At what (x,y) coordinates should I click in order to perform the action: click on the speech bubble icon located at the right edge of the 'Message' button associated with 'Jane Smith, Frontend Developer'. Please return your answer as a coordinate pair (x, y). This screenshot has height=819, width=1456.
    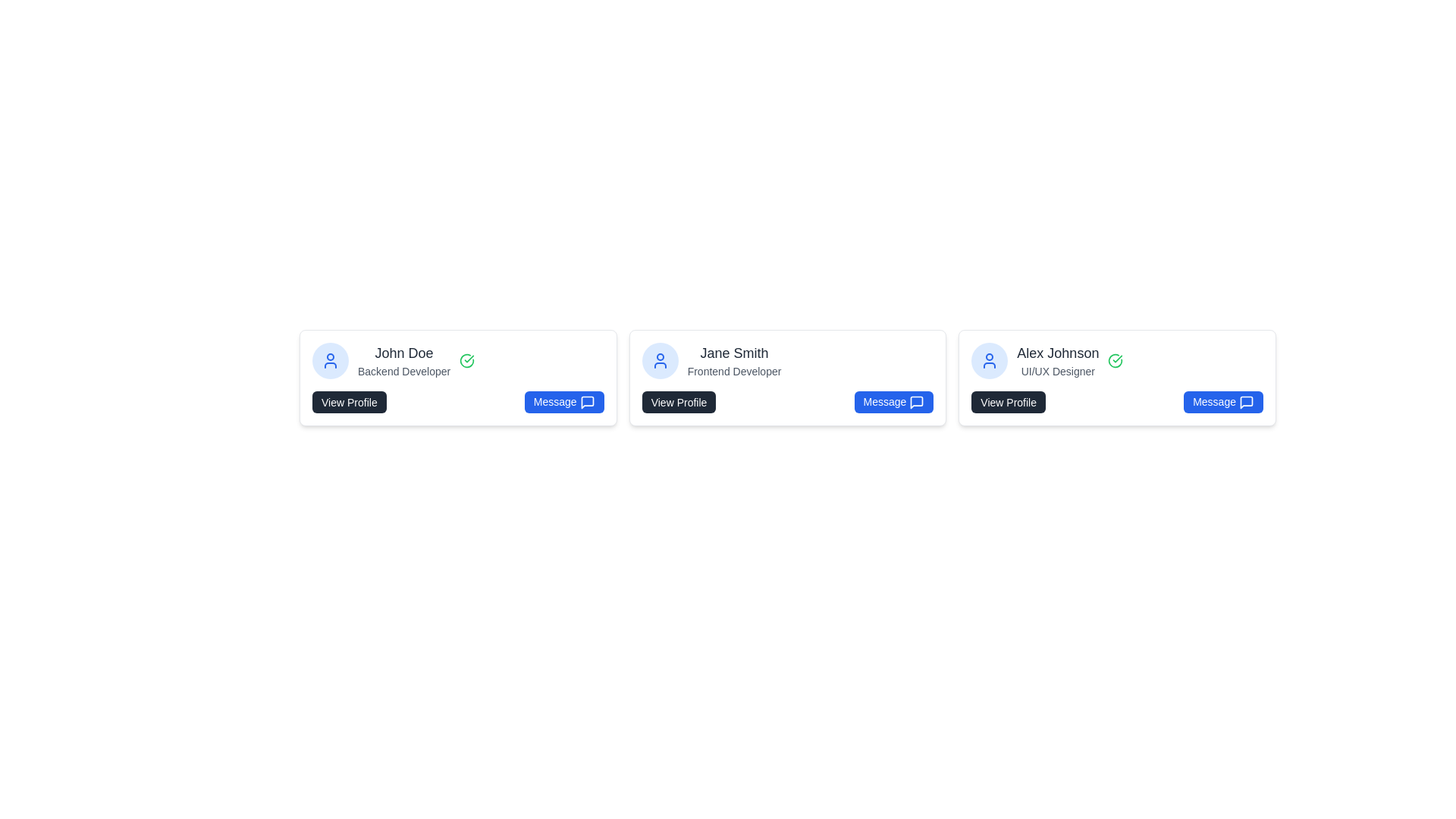
    Looking at the image, I should click on (916, 402).